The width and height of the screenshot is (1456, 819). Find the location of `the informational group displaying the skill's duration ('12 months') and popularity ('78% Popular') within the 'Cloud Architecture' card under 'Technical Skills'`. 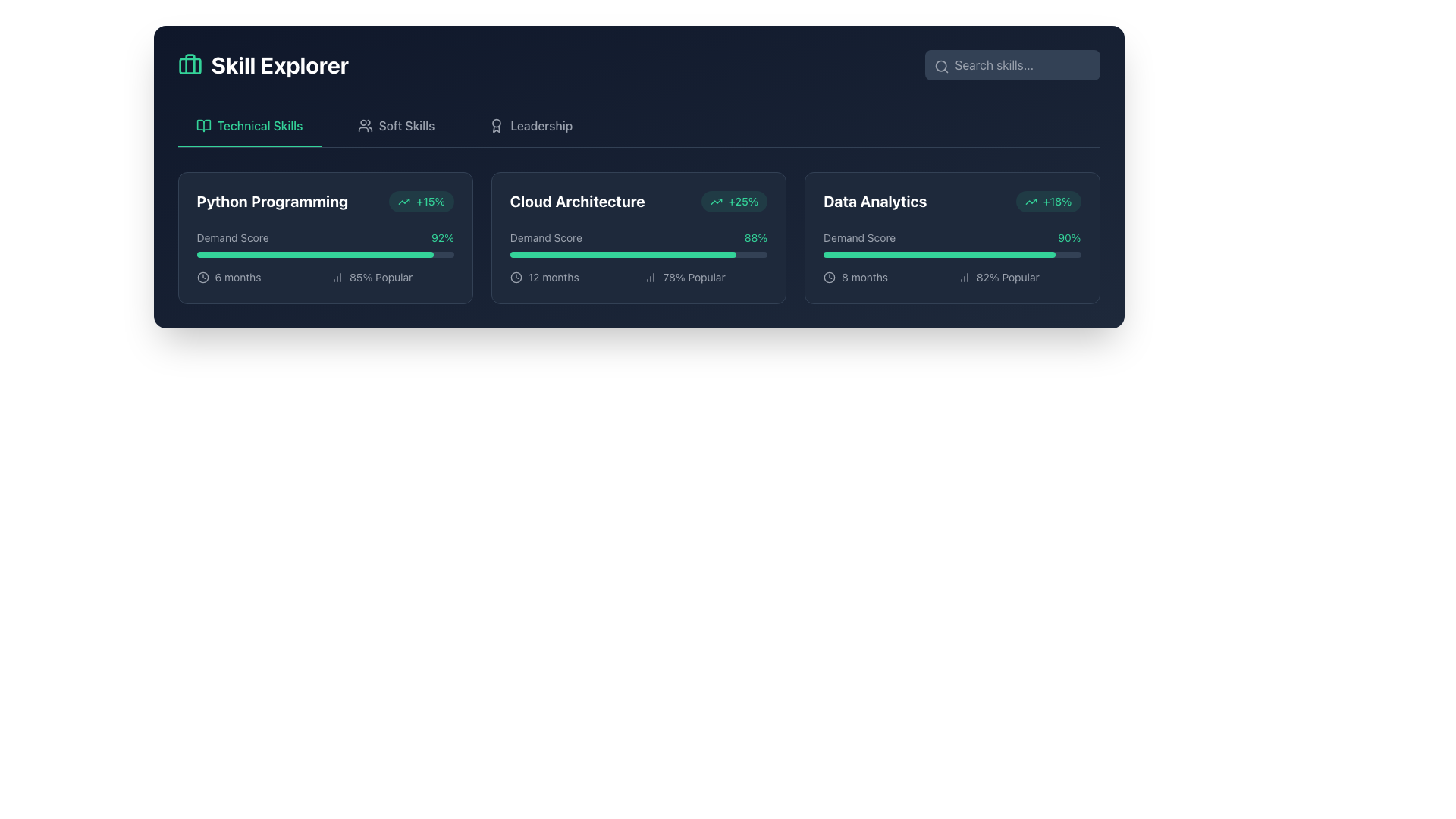

the informational group displaying the skill's duration ('12 months') and popularity ('78% Popular') within the 'Cloud Architecture' card under 'Technical Skills' is located at coordinates (639, 278).